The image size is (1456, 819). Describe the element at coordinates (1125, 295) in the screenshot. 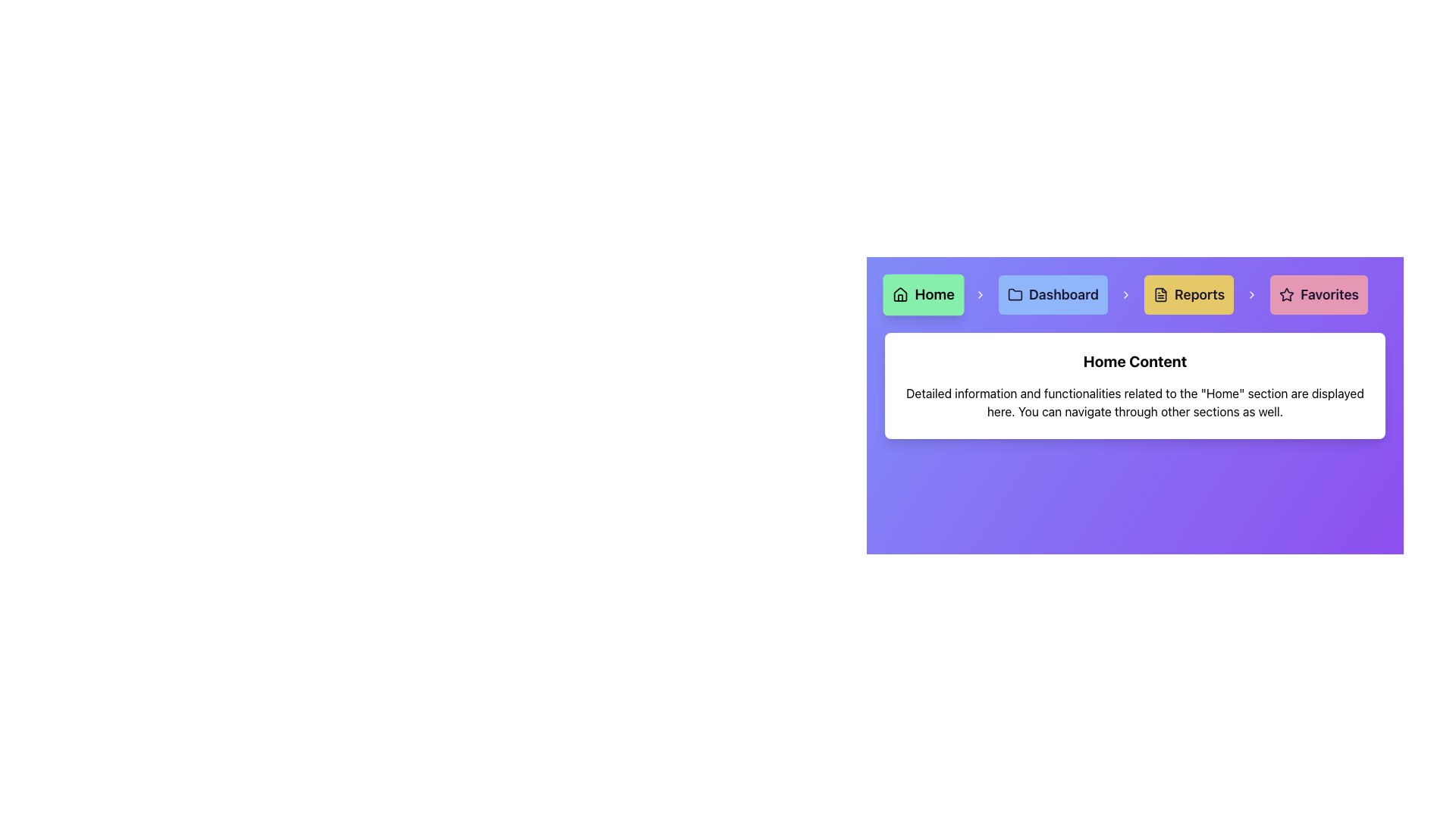

I see `the third chevron icon in the navigation bar` at that location.